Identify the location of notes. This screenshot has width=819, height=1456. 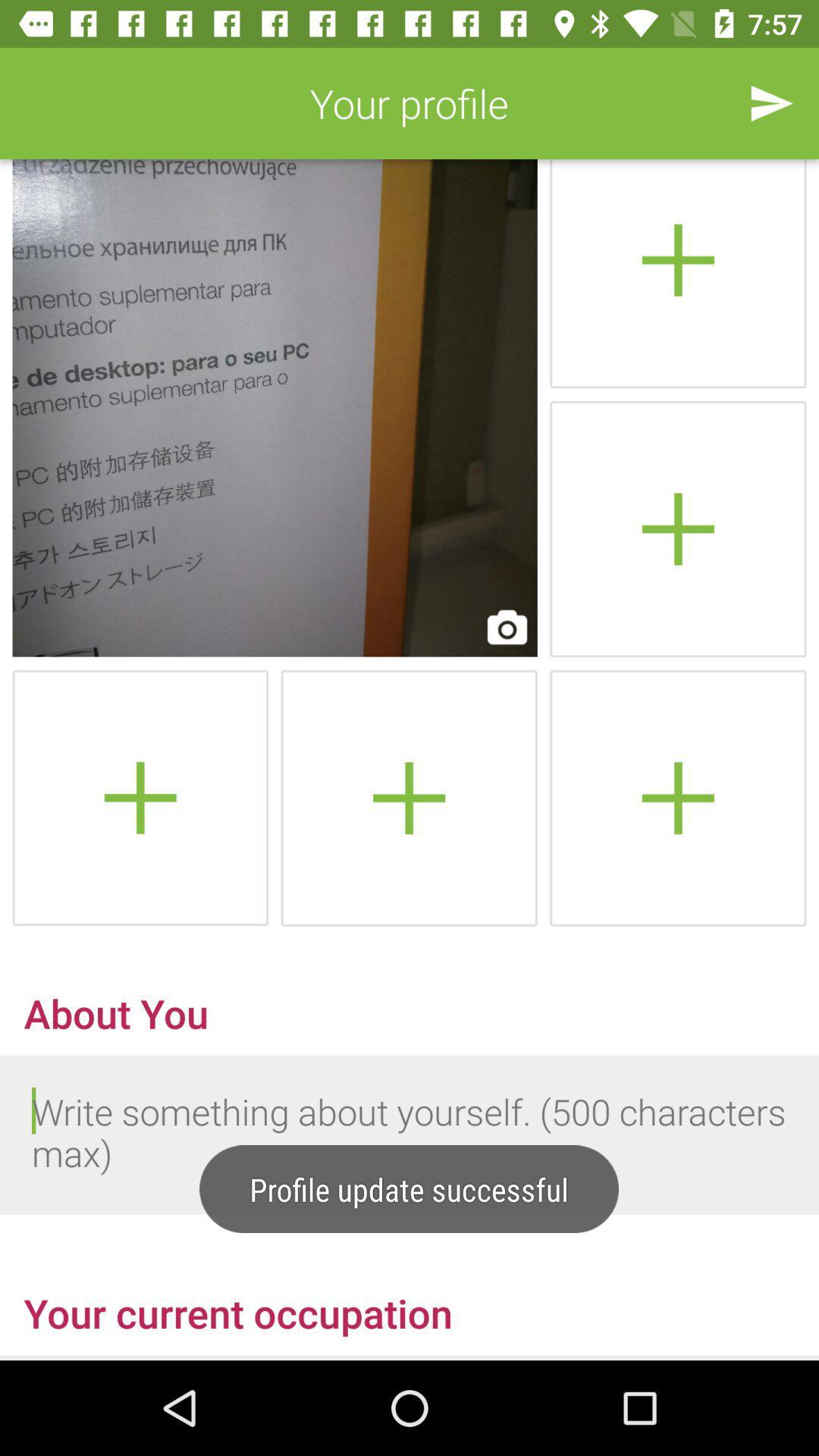
(408, 797).